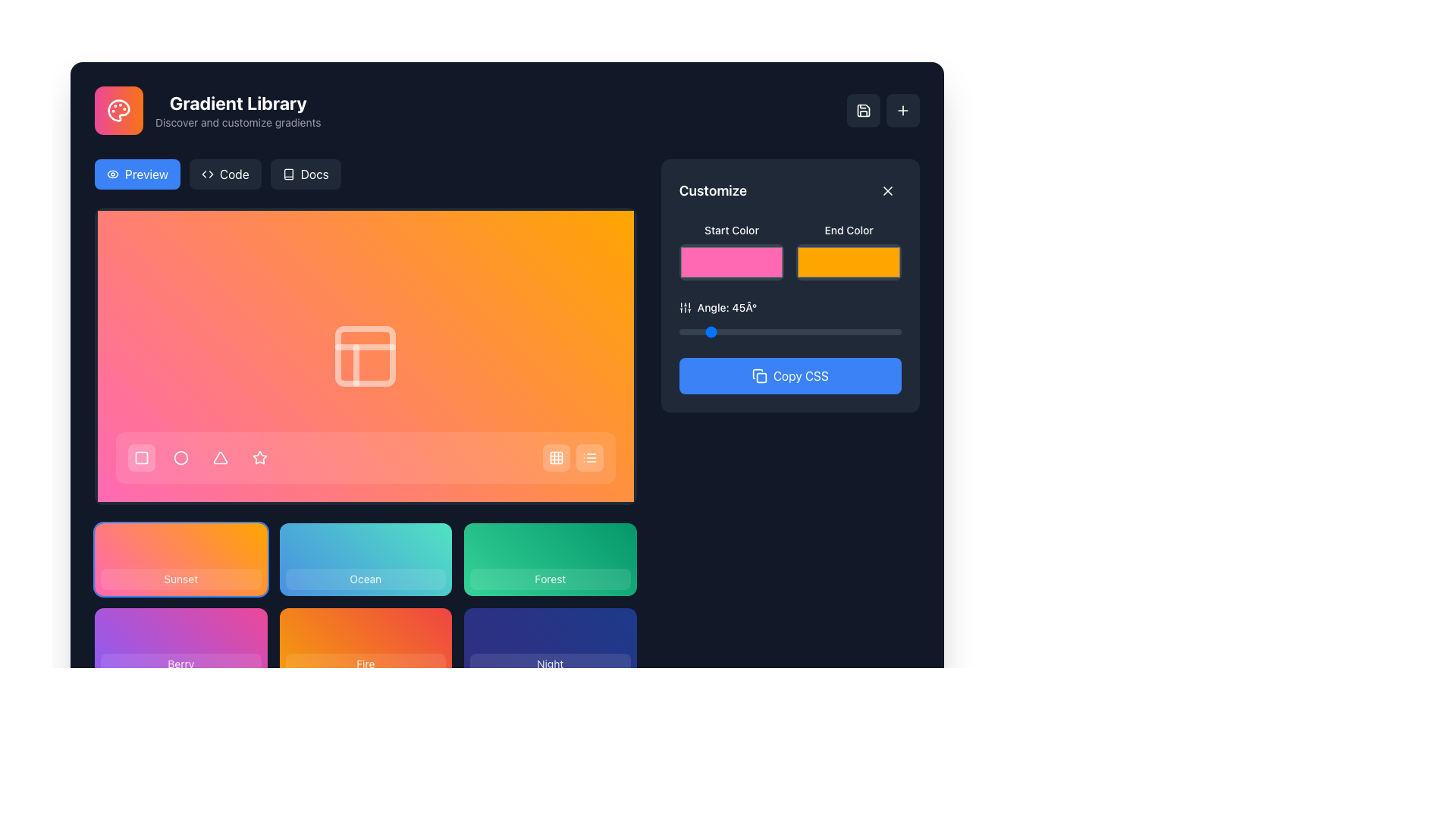 The height and width of the screenshot is (819, 1456). Describe the element at coordinates (740, 331) in the screenshot. I see `the angle` at that location.